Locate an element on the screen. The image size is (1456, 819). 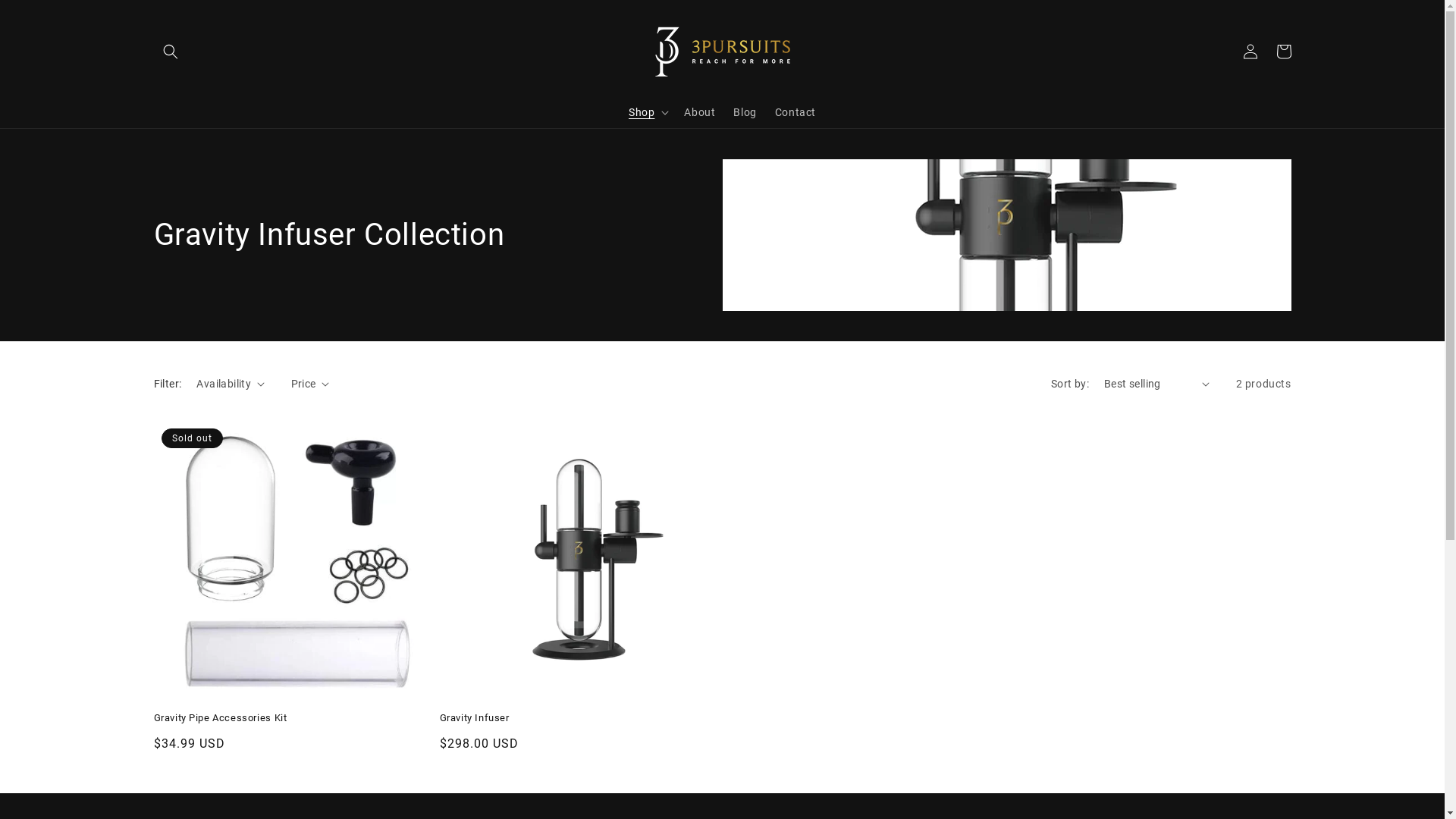
'Gravity Infuser' is located at coordinates (579, 717).